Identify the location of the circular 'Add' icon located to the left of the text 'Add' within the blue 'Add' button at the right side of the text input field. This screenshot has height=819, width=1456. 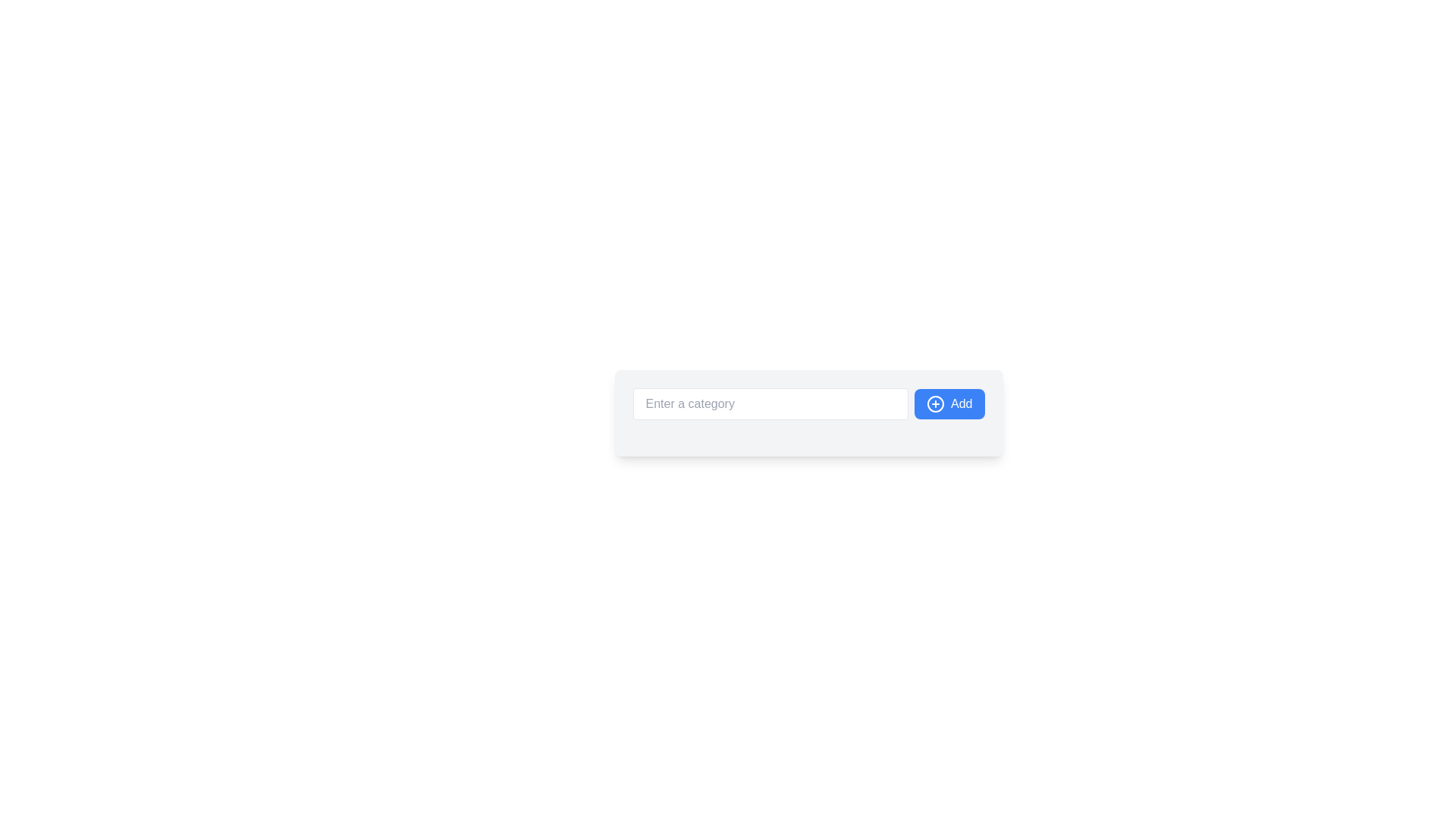
(934, 403).